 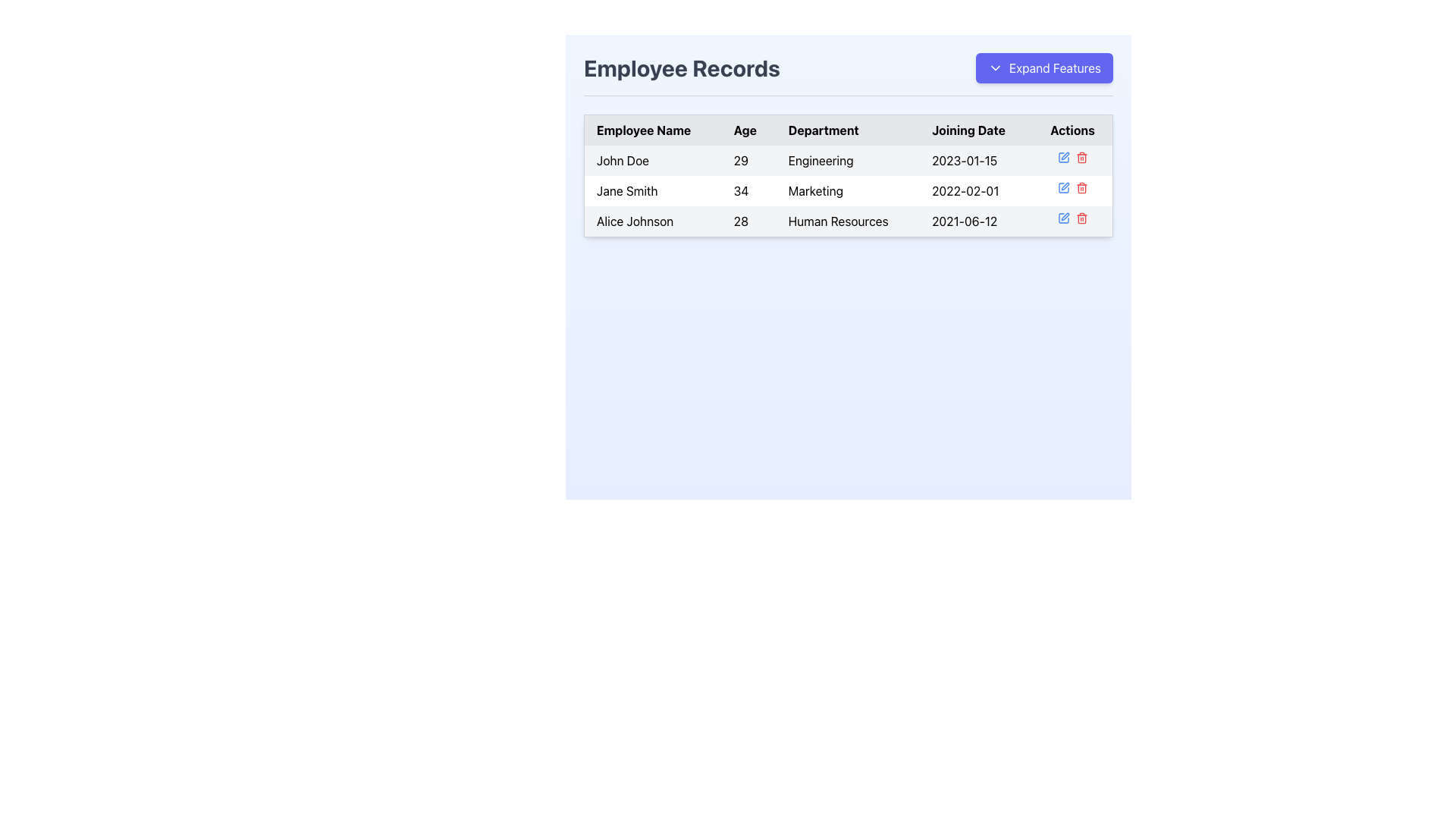 I want to click on the second row of the 'Employee Records' table, which contains the employee details for 'Jane Smith', to edit the details if editing is enabled, so click(x=847, y=190).